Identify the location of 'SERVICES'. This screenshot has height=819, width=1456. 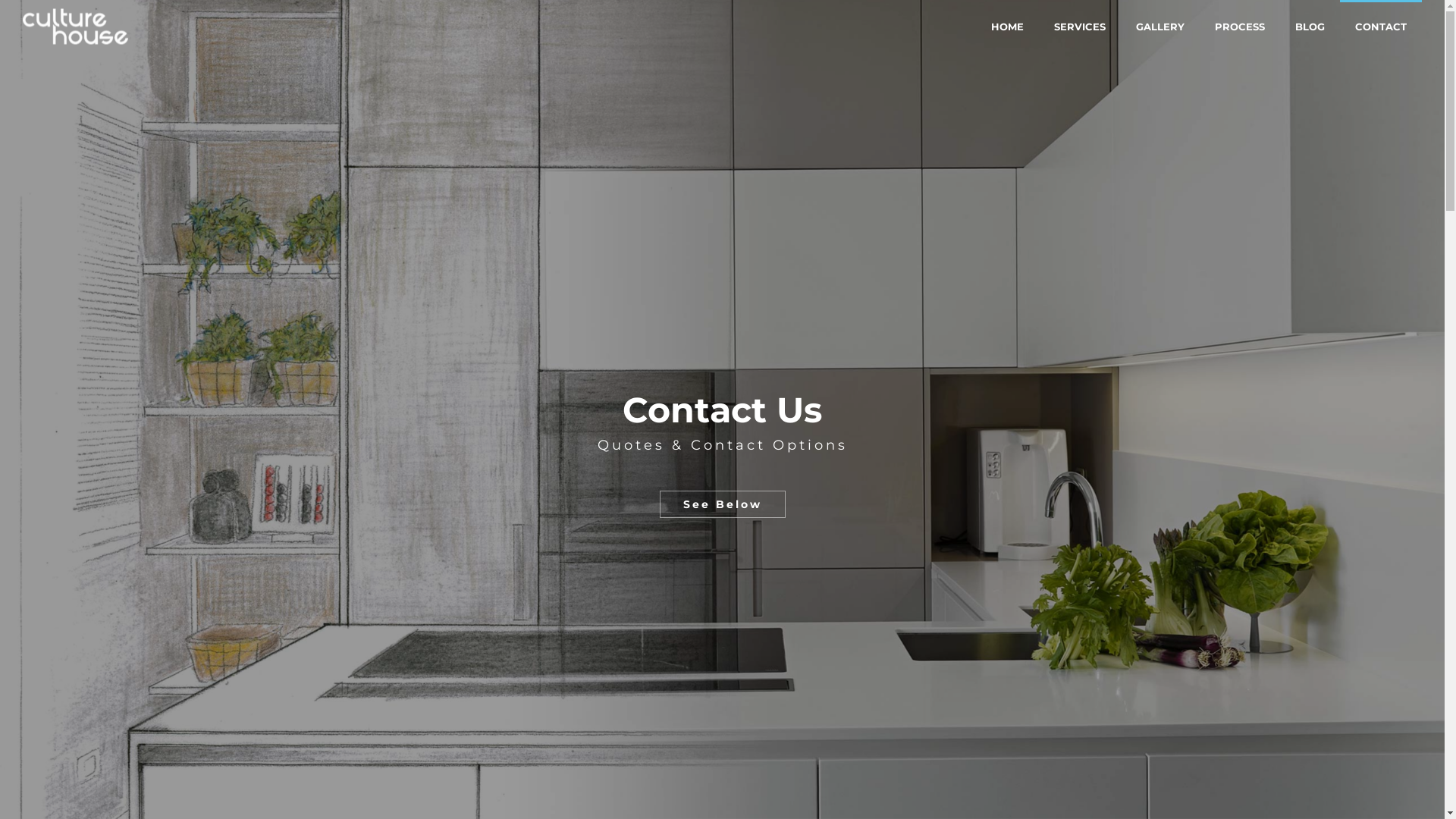
(1037, 26).